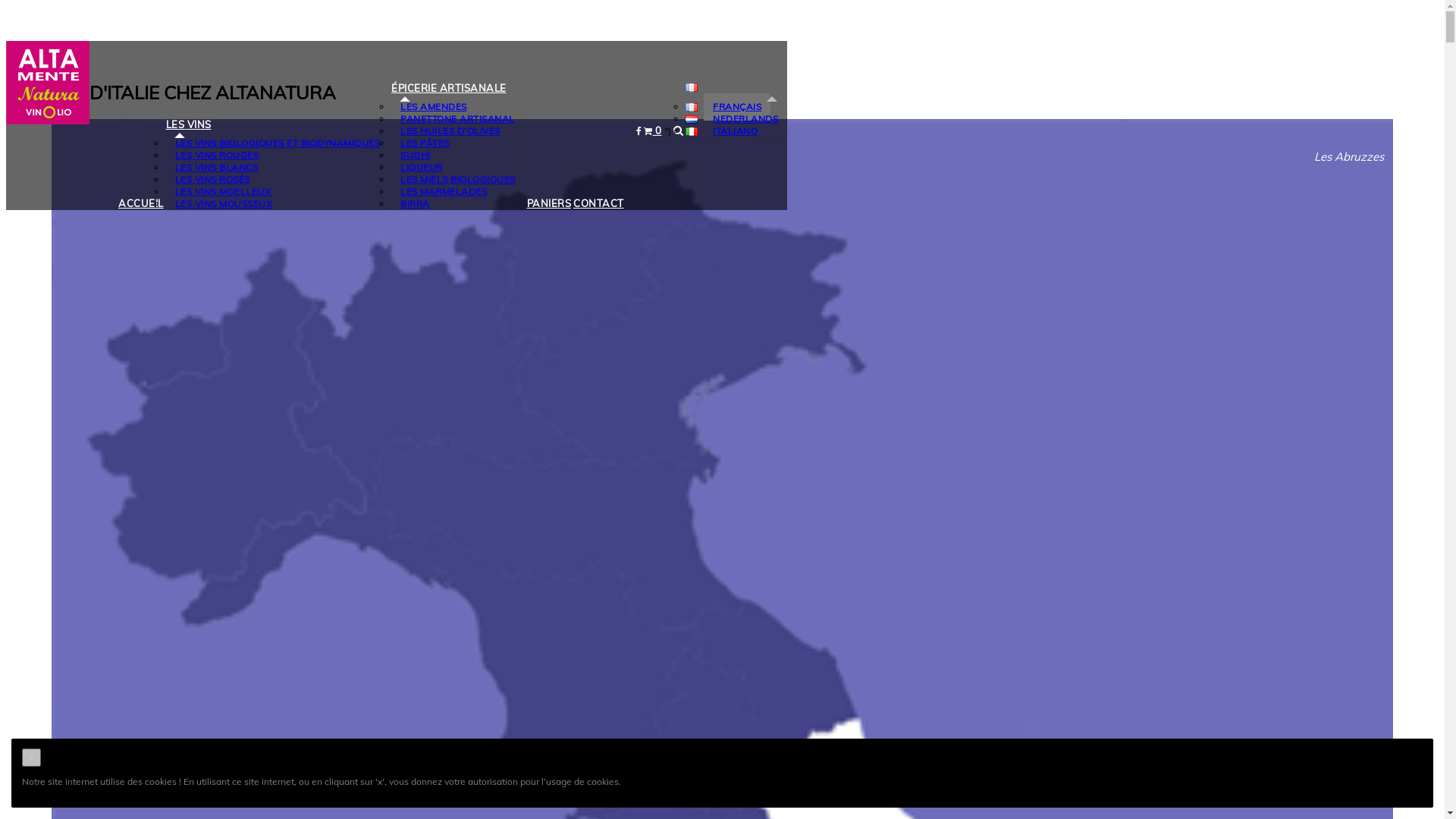 This screenshot has width=1456, height=819. What do you see at coordinates (215, 167) in the screenshot?
I see `'LES VINS BLANCS'` at bounding box center [215, 167].